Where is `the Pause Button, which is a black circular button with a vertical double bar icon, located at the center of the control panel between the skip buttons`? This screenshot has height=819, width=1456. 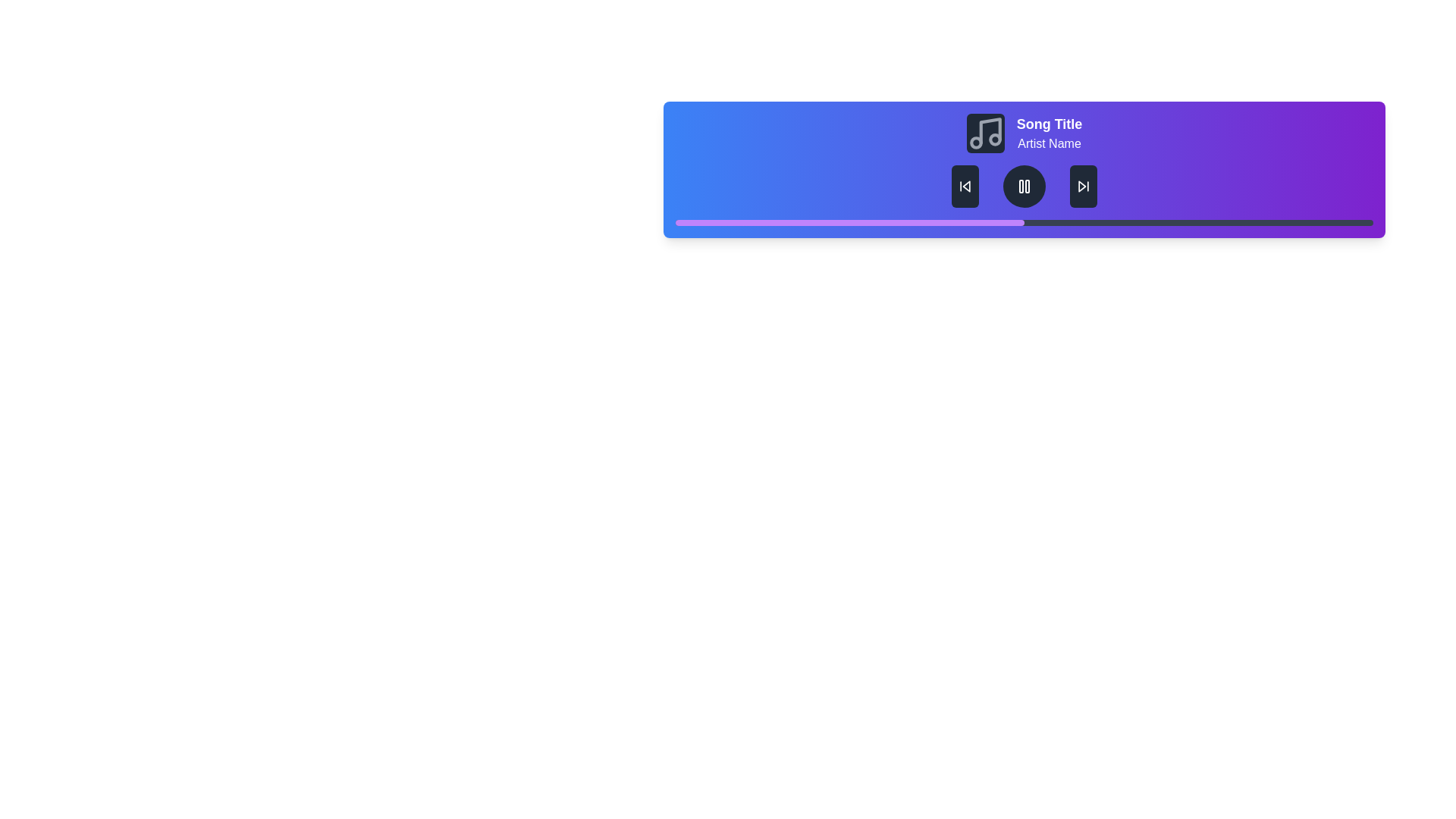
the Pause Button, which is a black circular button with a vertical double bar icon, located at the center of the control panel between the skip buttons is located at coordinates (1024, 186).